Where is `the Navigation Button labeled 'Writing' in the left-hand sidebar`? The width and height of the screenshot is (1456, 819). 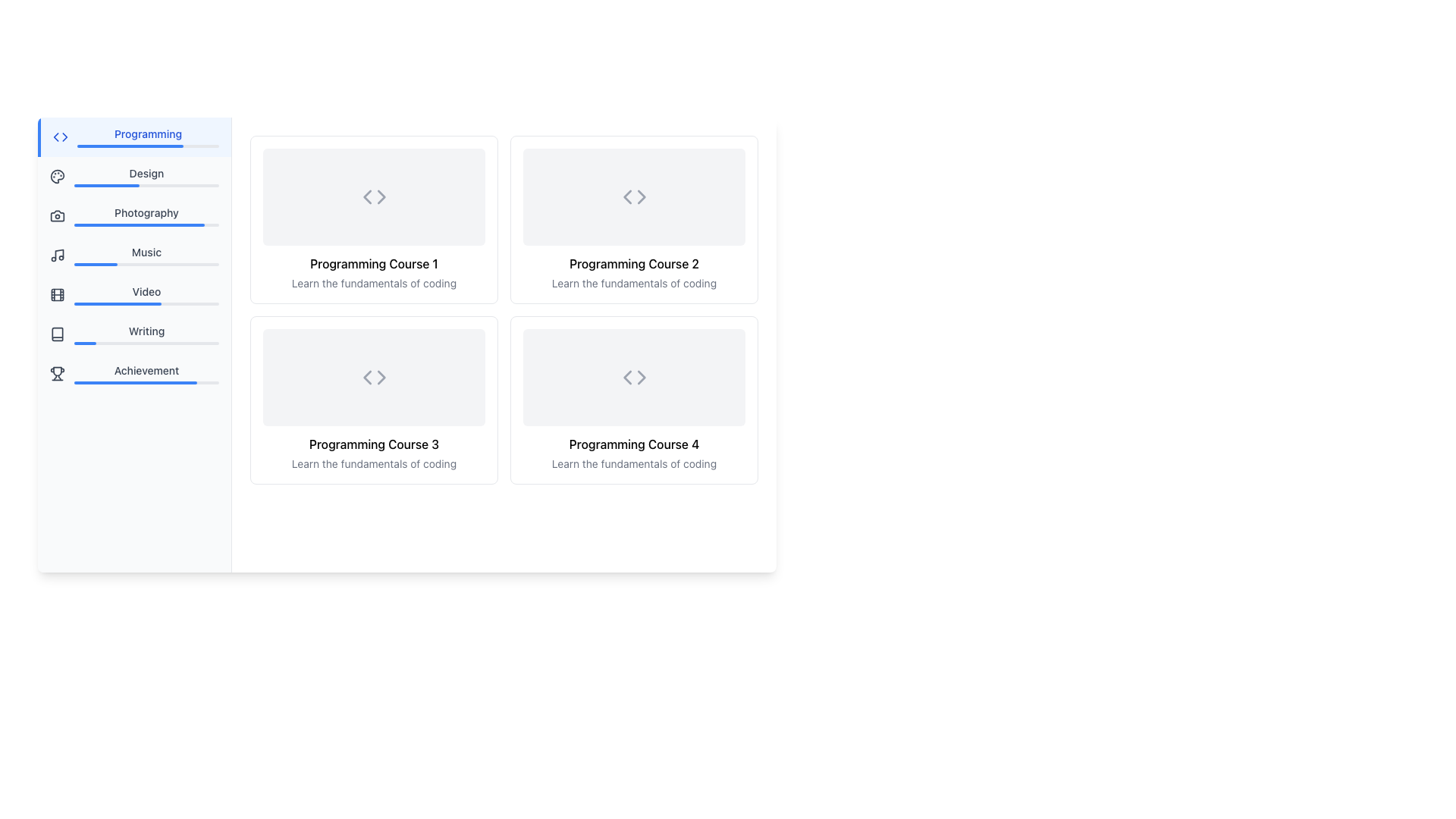
the Navigation Button labeled 'Writing' in the left-hand sidebar is located at coordinates (134, 333).